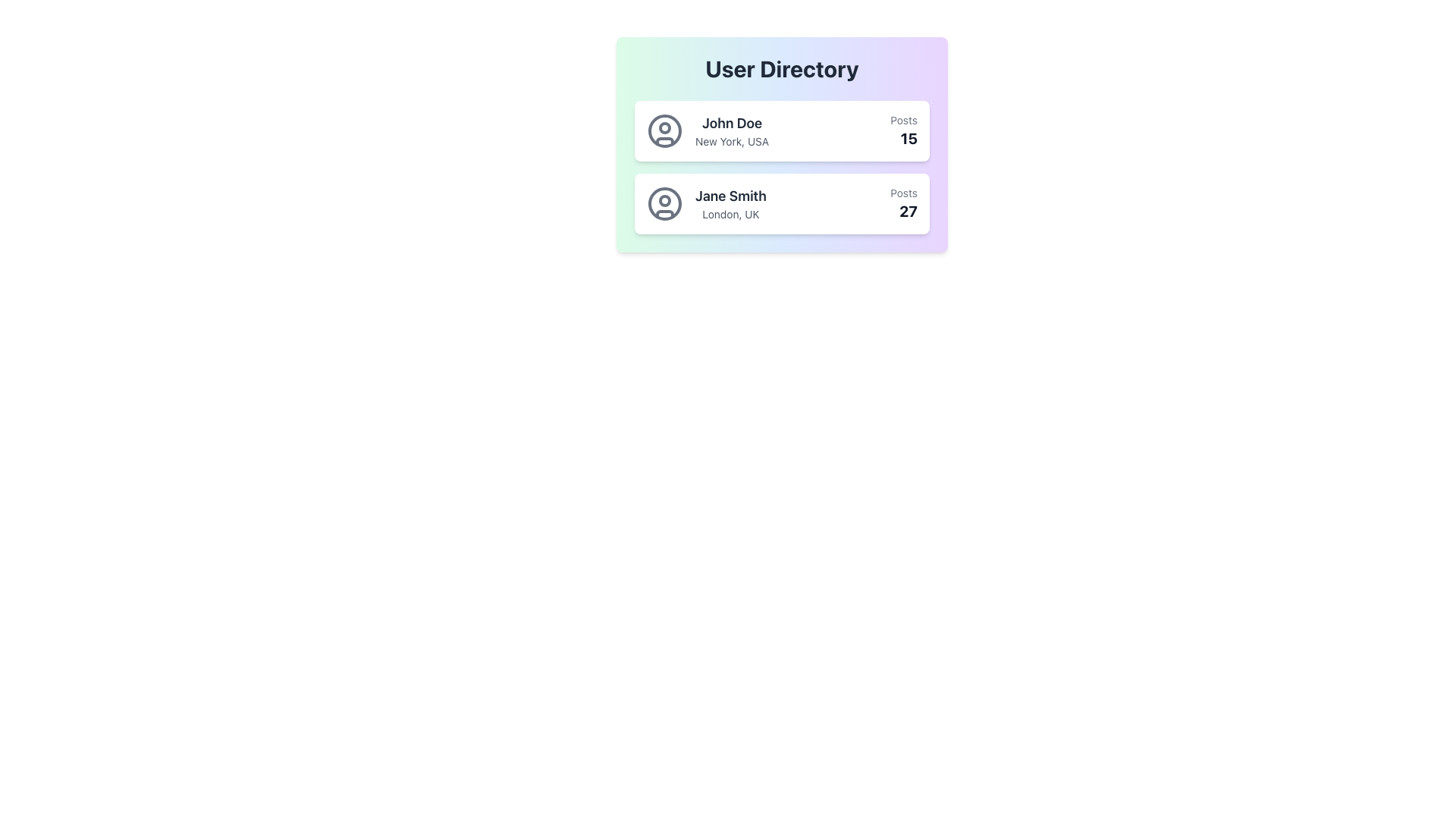 The image size is (1456, 819). Describe the element at coordinates (732, 141) in the screenshot. I see `the 'New York, USA' text label, which is styled with a smaller font size and gray color, located below the 'John Doe' label in the user profile card within the 'User Directory' section` at that location.